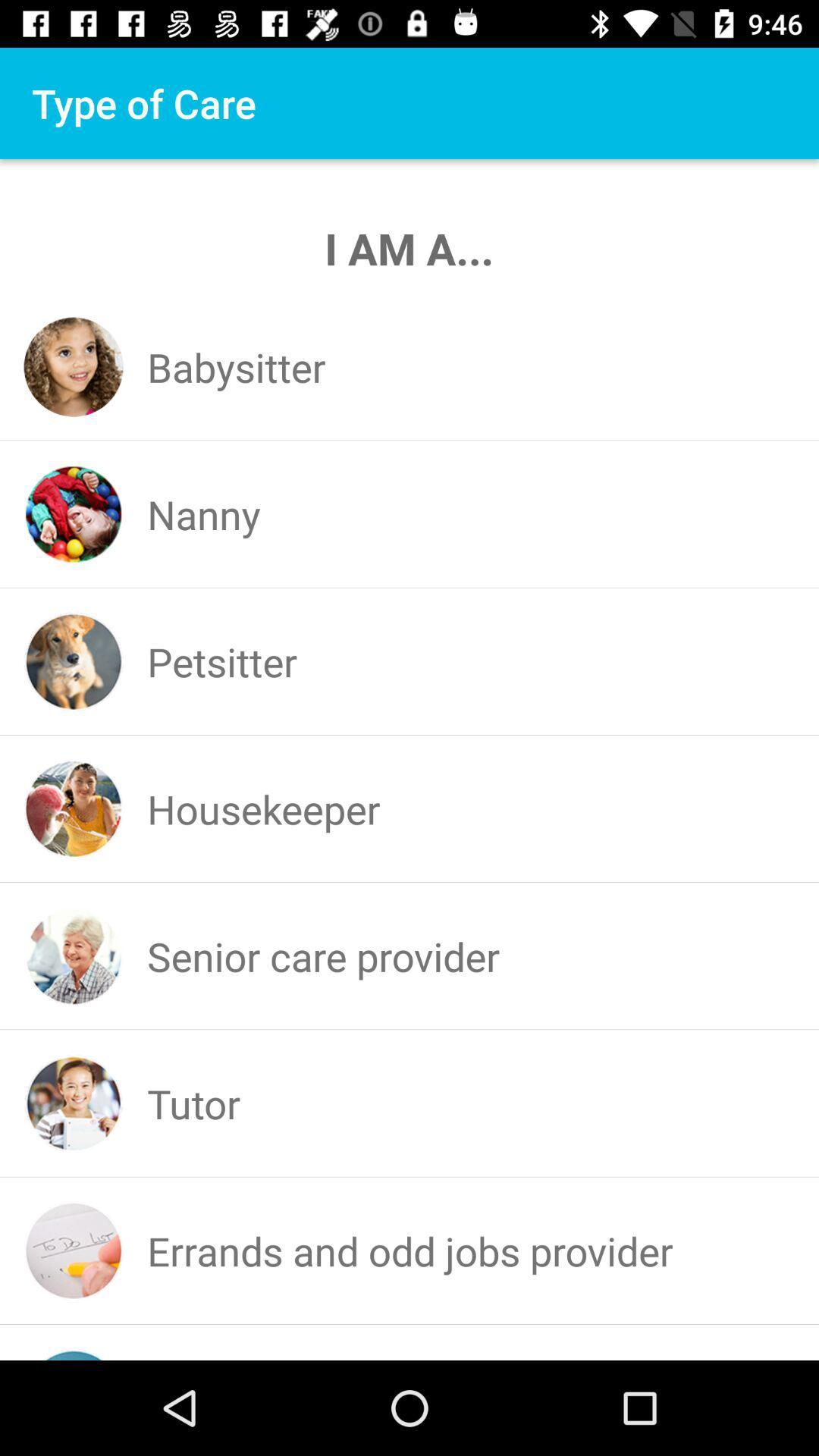  What do you see at coordinates (262, 808) in the screenshot?
I see `housekeeper item` at bounding box center [262, 808].